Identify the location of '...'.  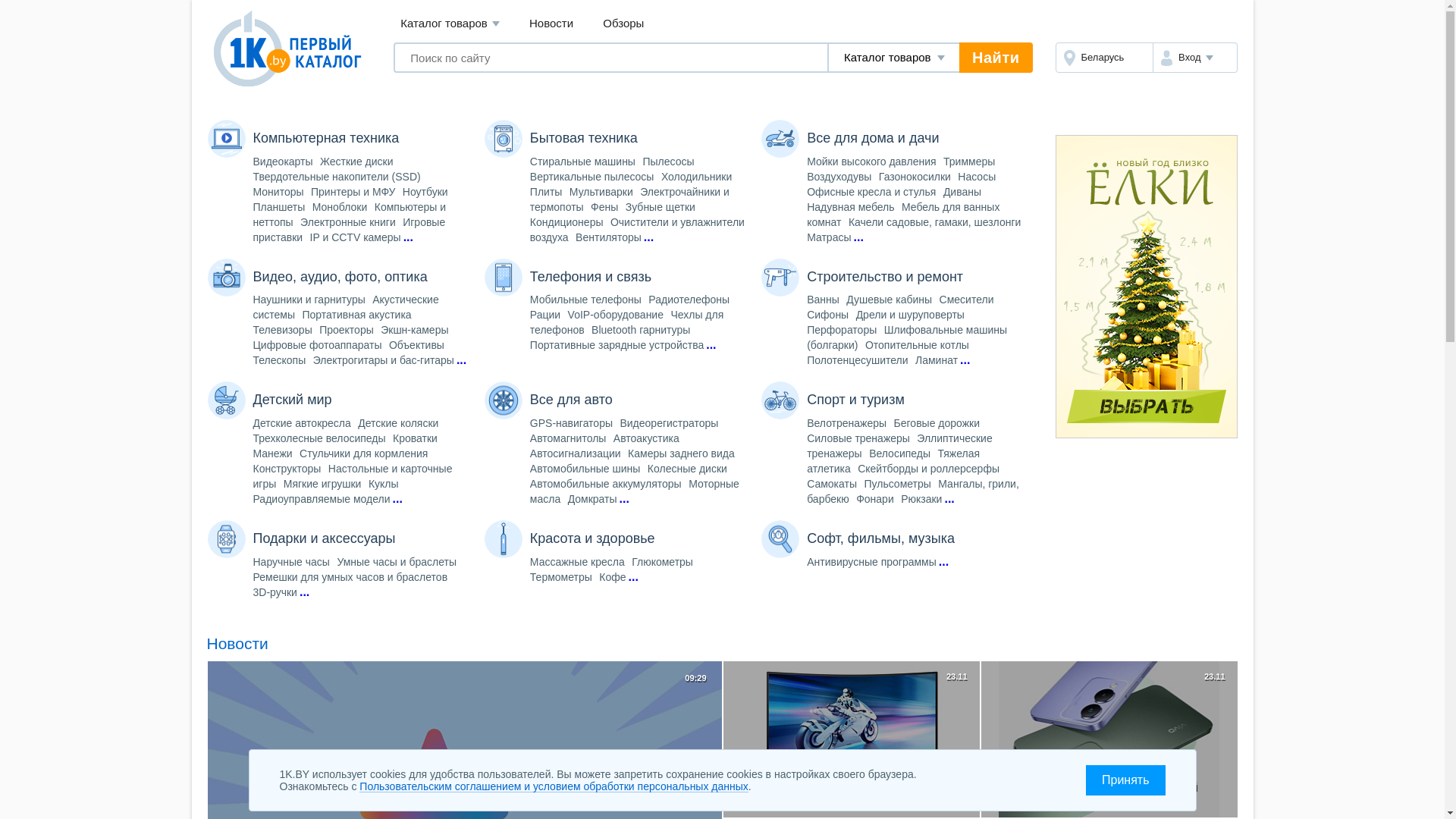
(303, 591).